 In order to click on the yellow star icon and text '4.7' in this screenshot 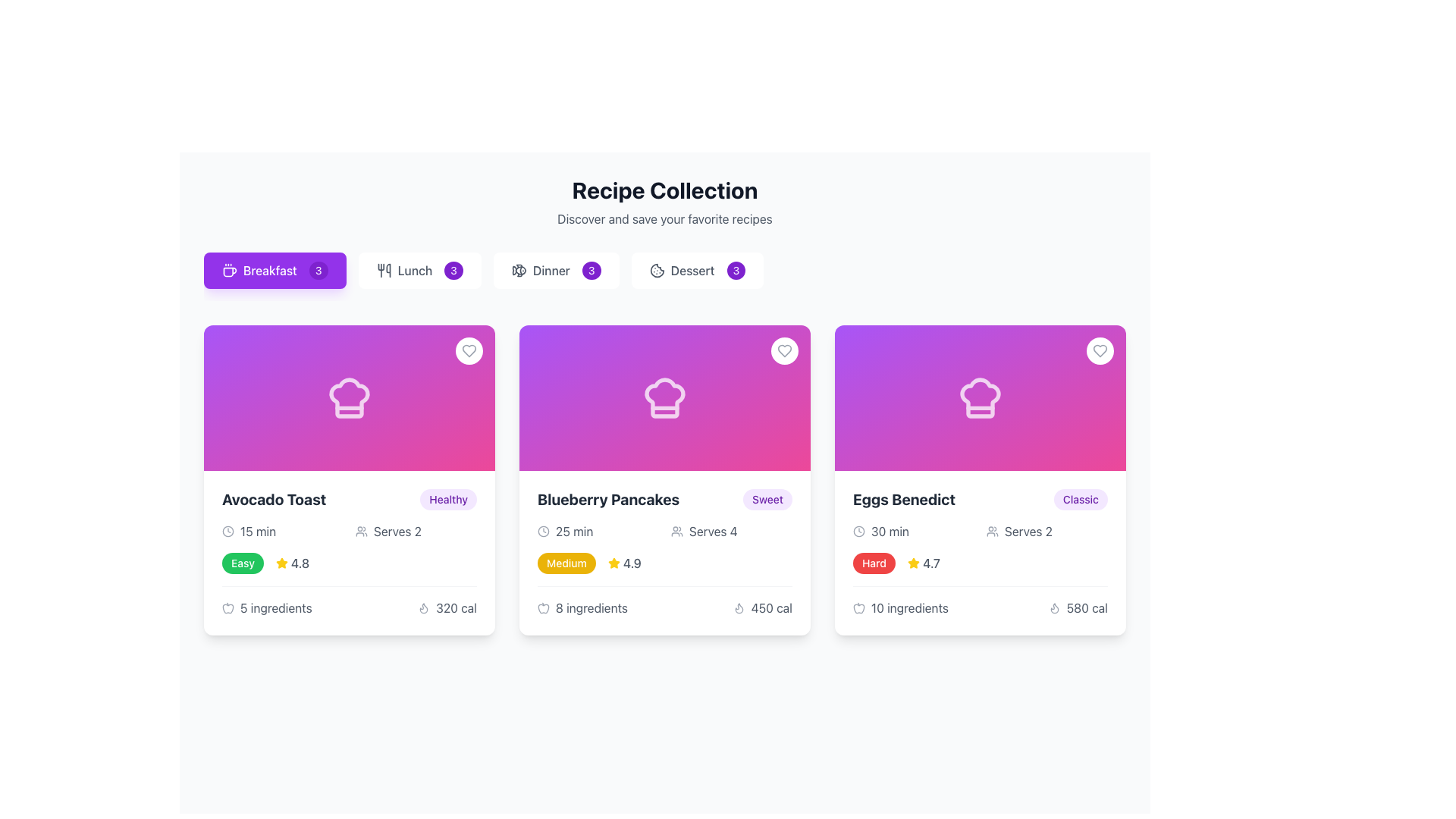, I will do `click(923, 563)`.